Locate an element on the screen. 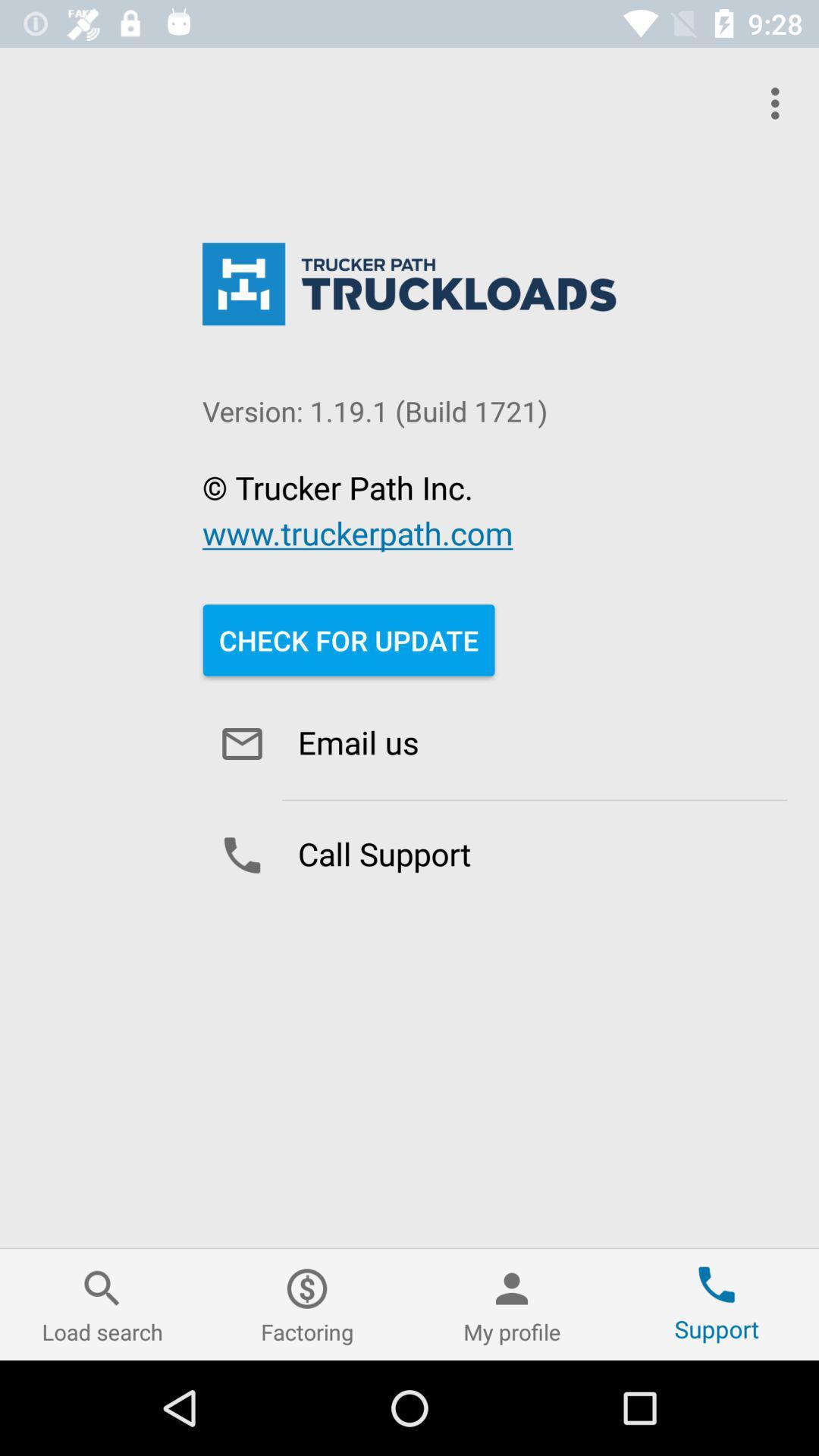 The height and width of the screenshot is (1456, 819). the check for update icon is located at coordinates (349, 640).